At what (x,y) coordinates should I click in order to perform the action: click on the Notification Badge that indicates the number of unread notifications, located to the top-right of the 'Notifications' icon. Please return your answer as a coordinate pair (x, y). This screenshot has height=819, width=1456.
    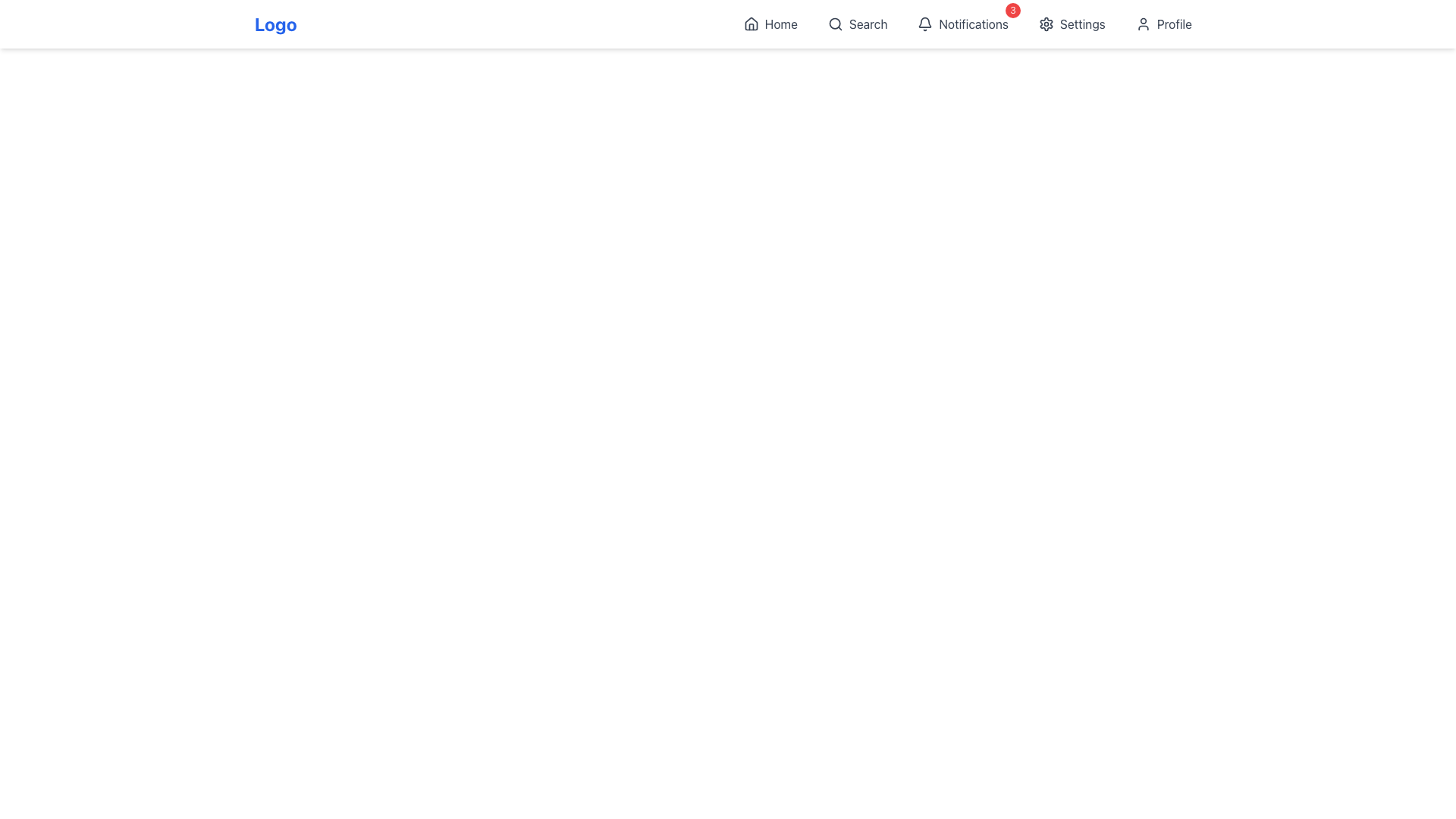
    Looking at the image, I should click on (1012, 11).